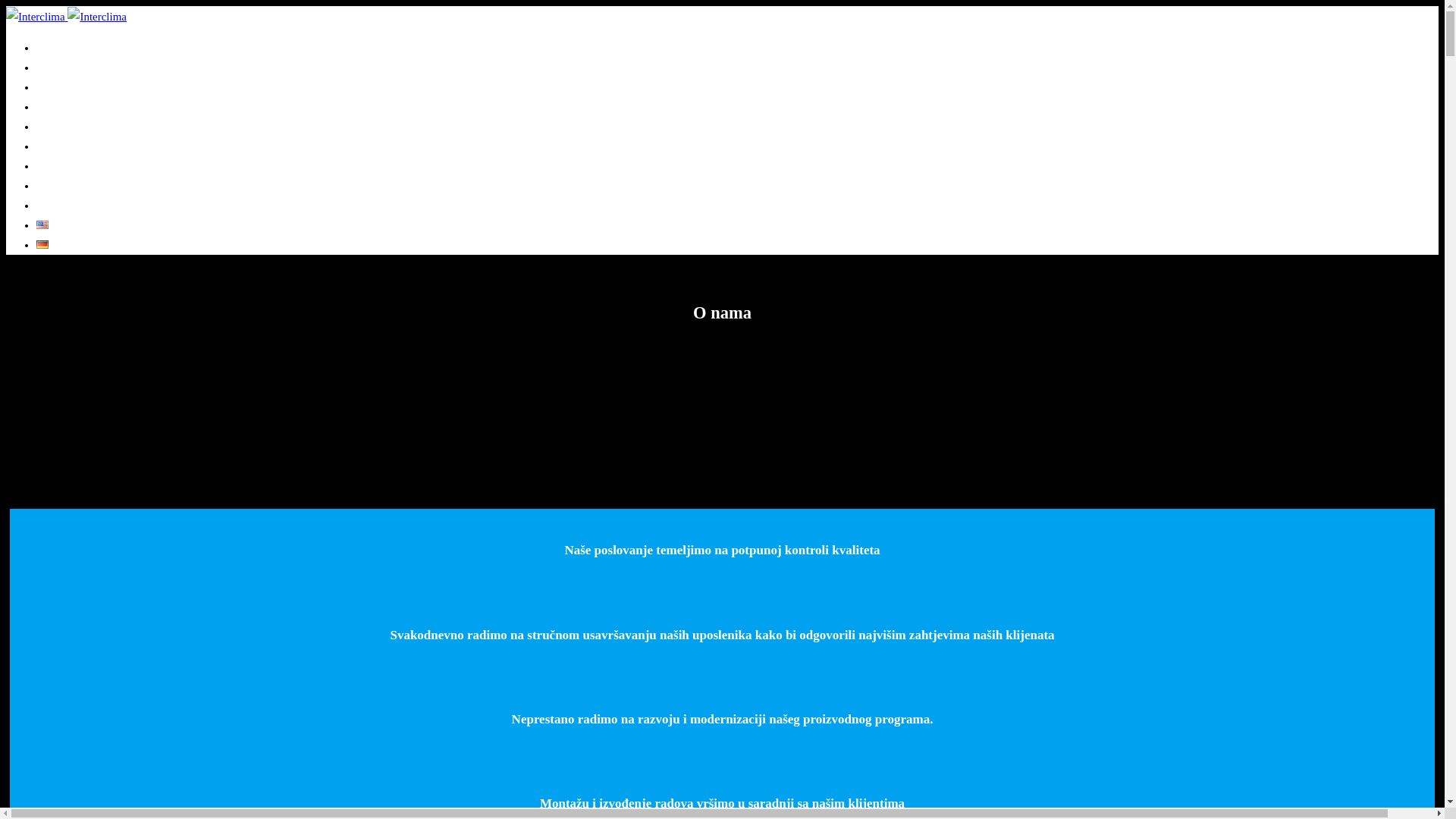  What do you see at coordinates (52, 125) in the screenshot?
I see `'Usluge'` at bounding box center [52, 125].